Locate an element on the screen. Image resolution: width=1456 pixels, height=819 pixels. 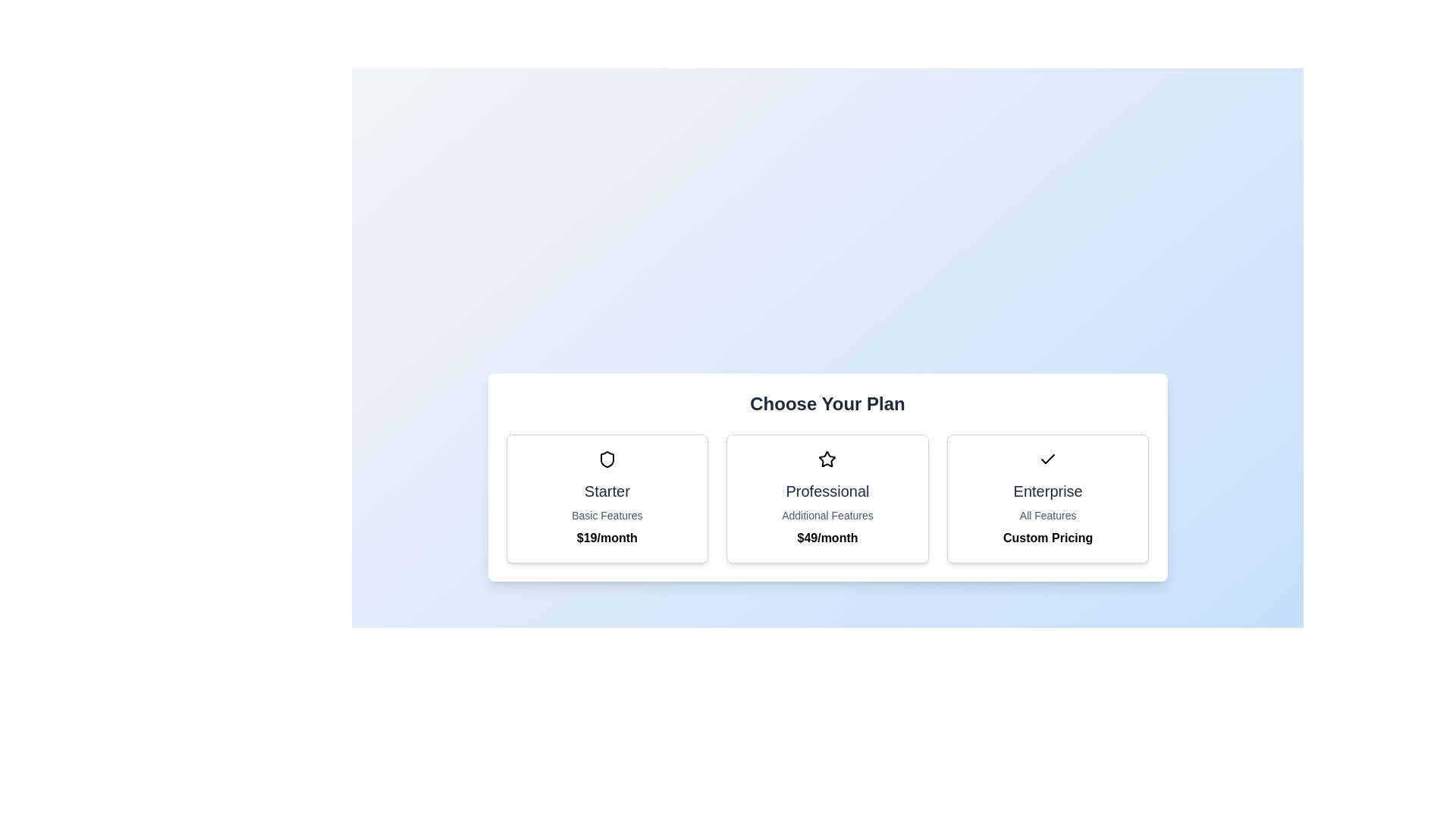
the Decorative Icon which is a shield-shaped icon located within the Starter plan card in the leftmost column of a three-column layout is located at coordinates (607, 458).